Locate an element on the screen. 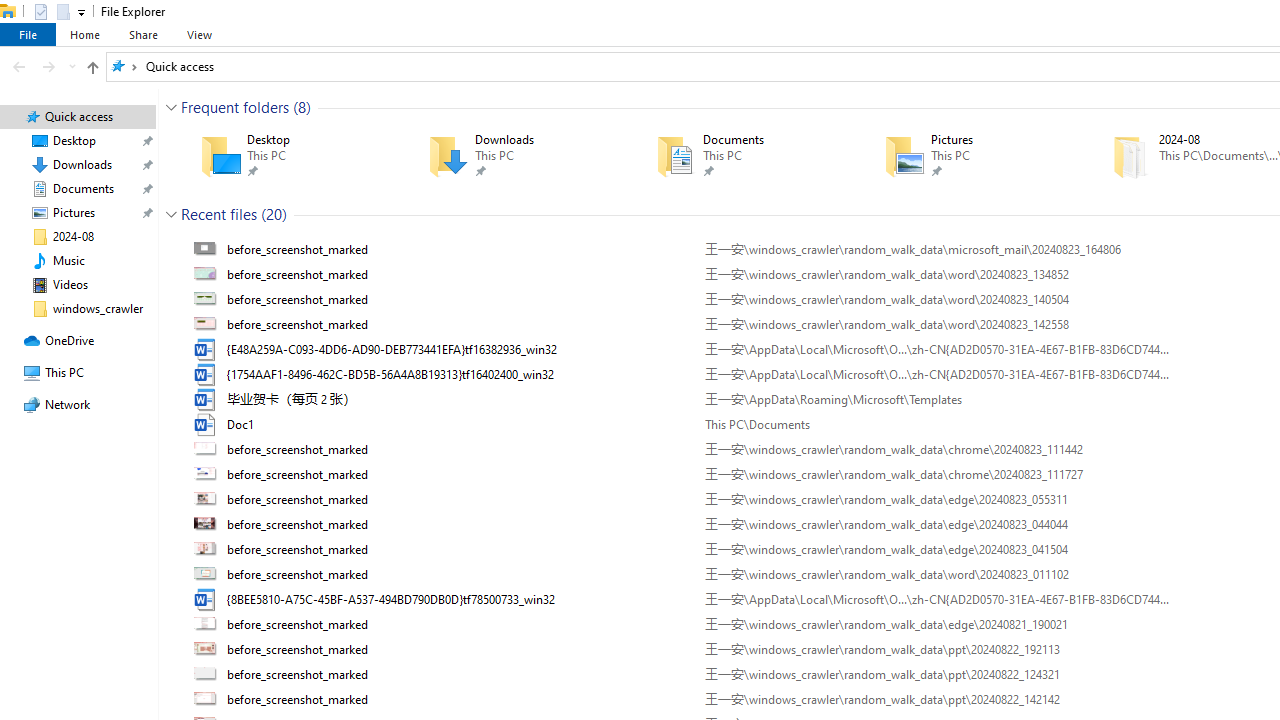  'Up band toolbar' is located at coordinates (91, 69).